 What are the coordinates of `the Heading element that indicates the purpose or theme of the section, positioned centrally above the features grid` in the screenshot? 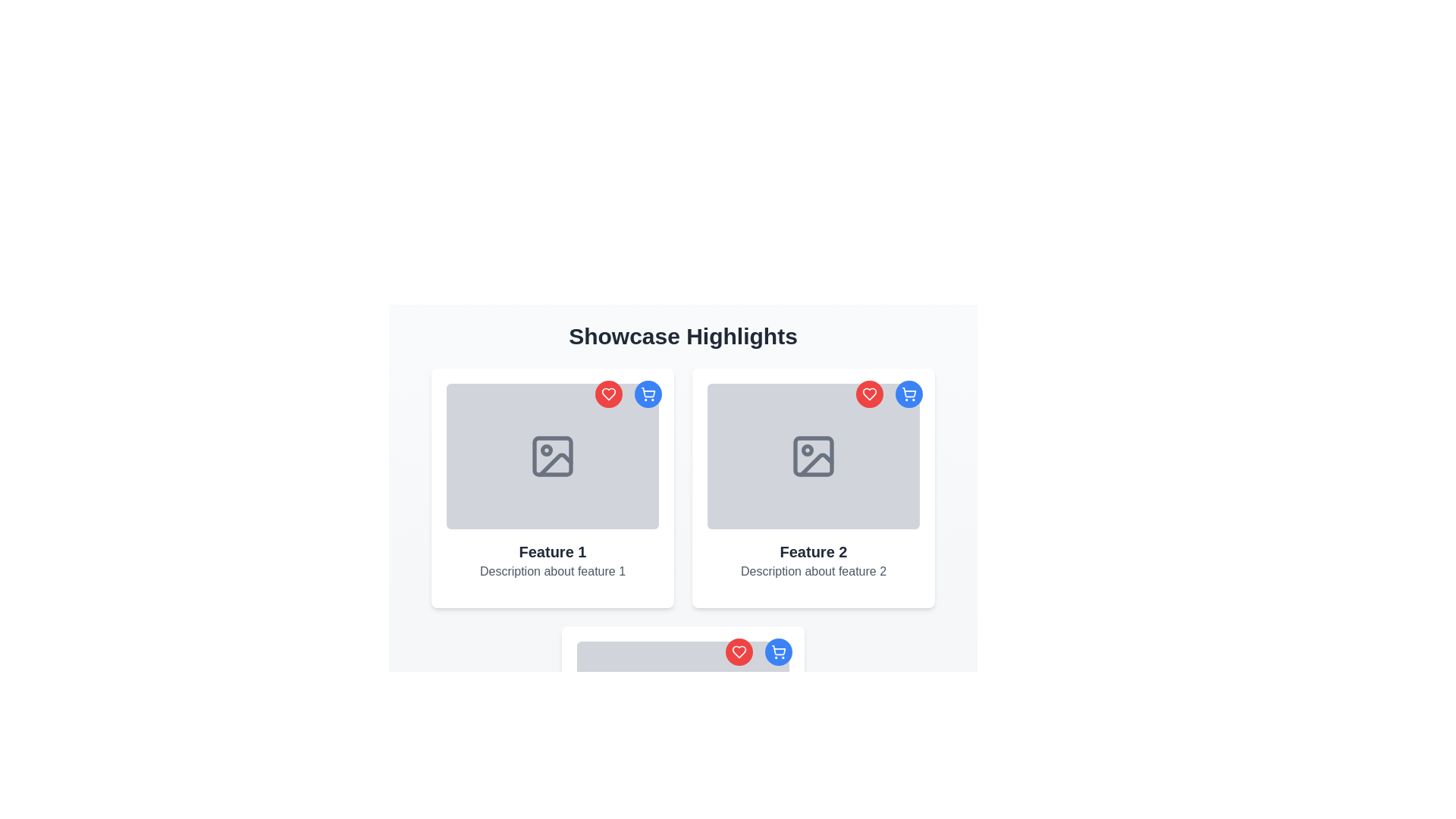 It's located at (682, 335).